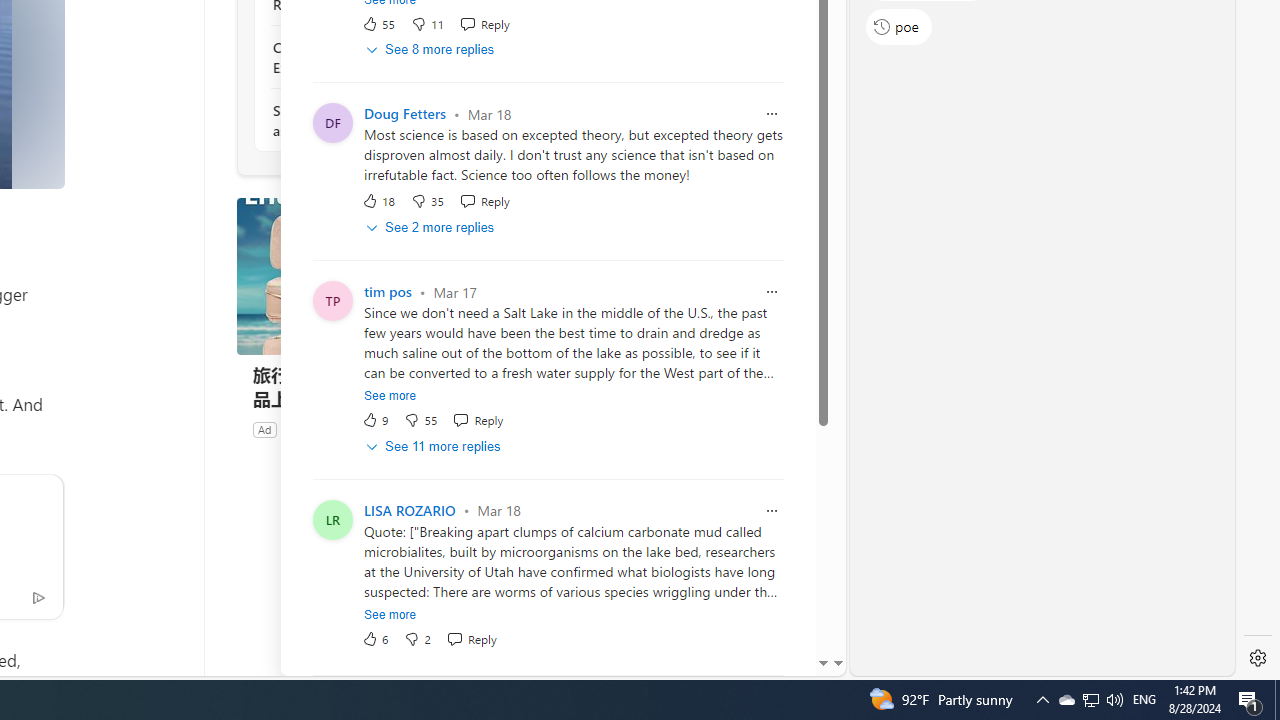  What do you see at coordinates (431, 49) in the screenshot?
I see `'See 8 more replies'` at bounding box center [431, 49].